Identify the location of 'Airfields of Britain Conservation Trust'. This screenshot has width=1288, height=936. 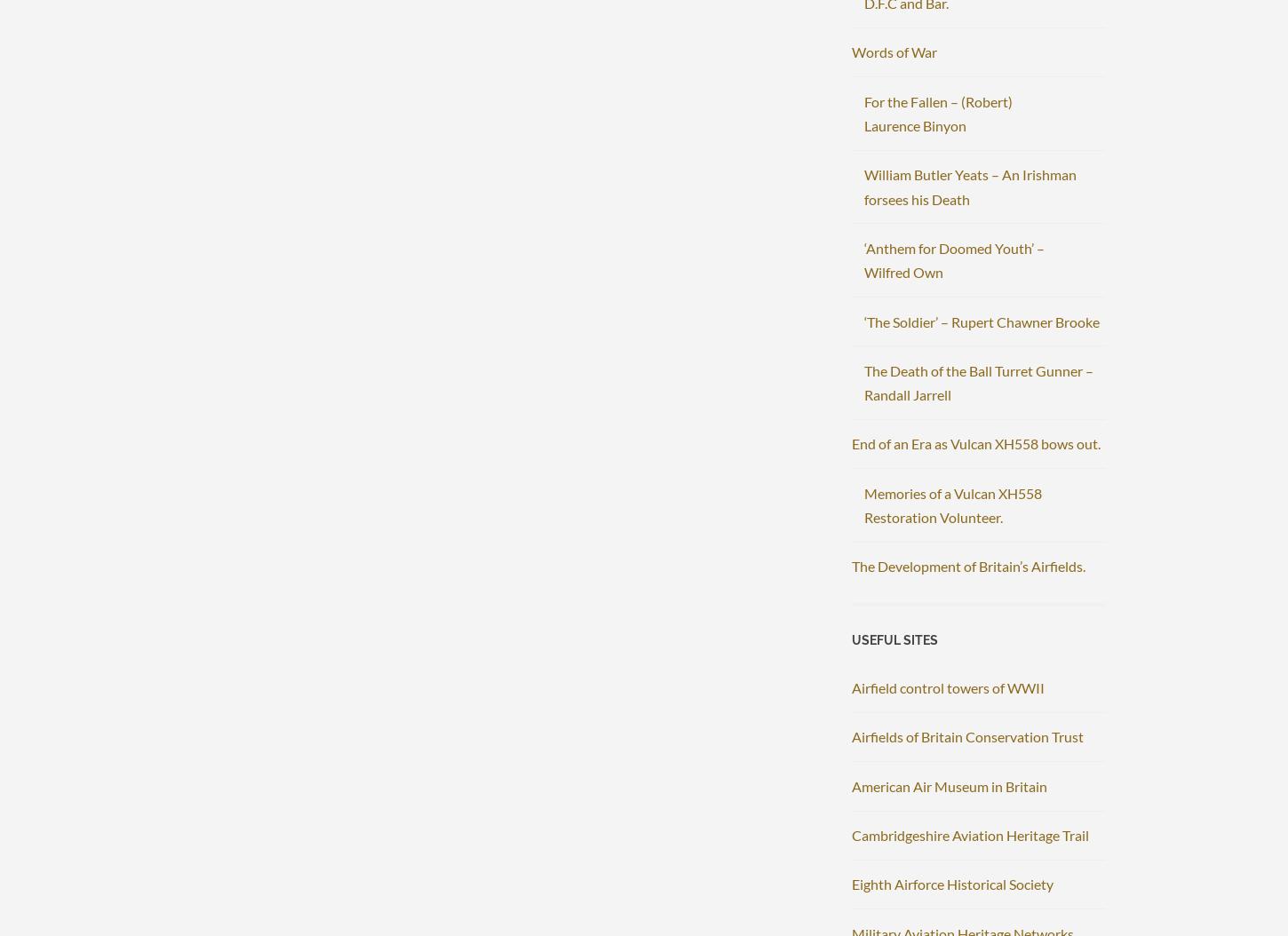
(966, 735).